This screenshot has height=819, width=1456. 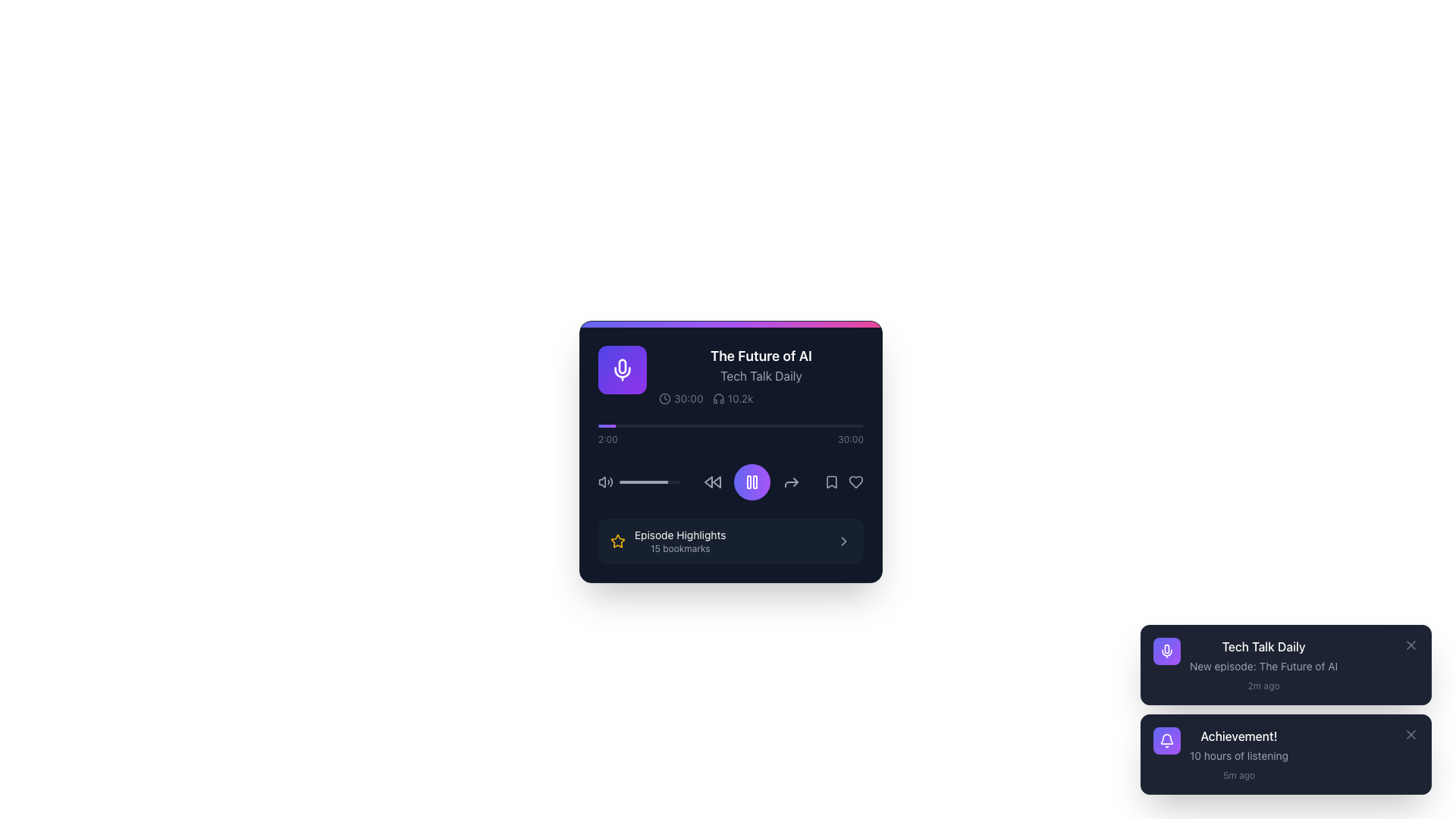 I want to click on the informational text label located in the lower part of the card layout, which provides episode highlights and bookmark counts, positioned to the right of a yellow star icon, so click(x=679, y=540).